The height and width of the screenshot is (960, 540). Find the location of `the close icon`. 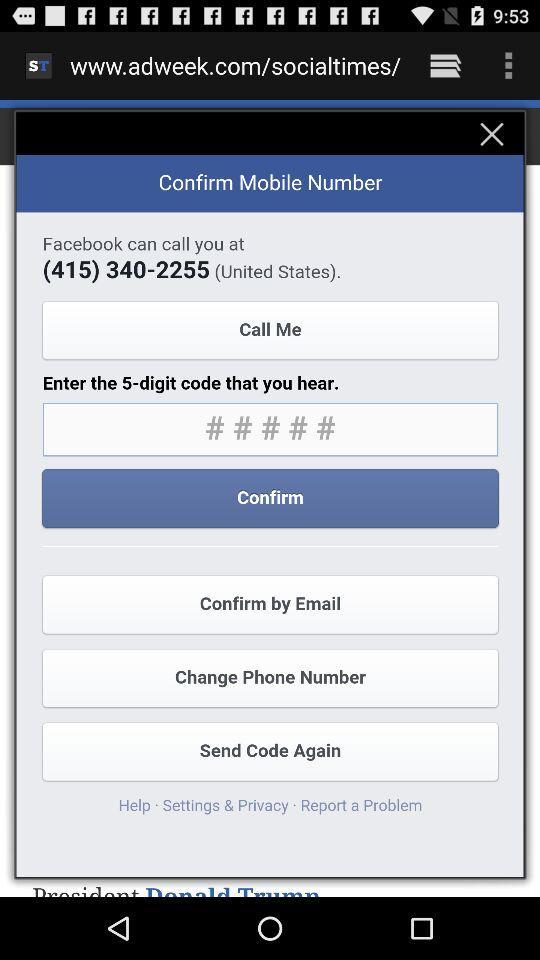

the close icon is located at coordinates (490, 142).